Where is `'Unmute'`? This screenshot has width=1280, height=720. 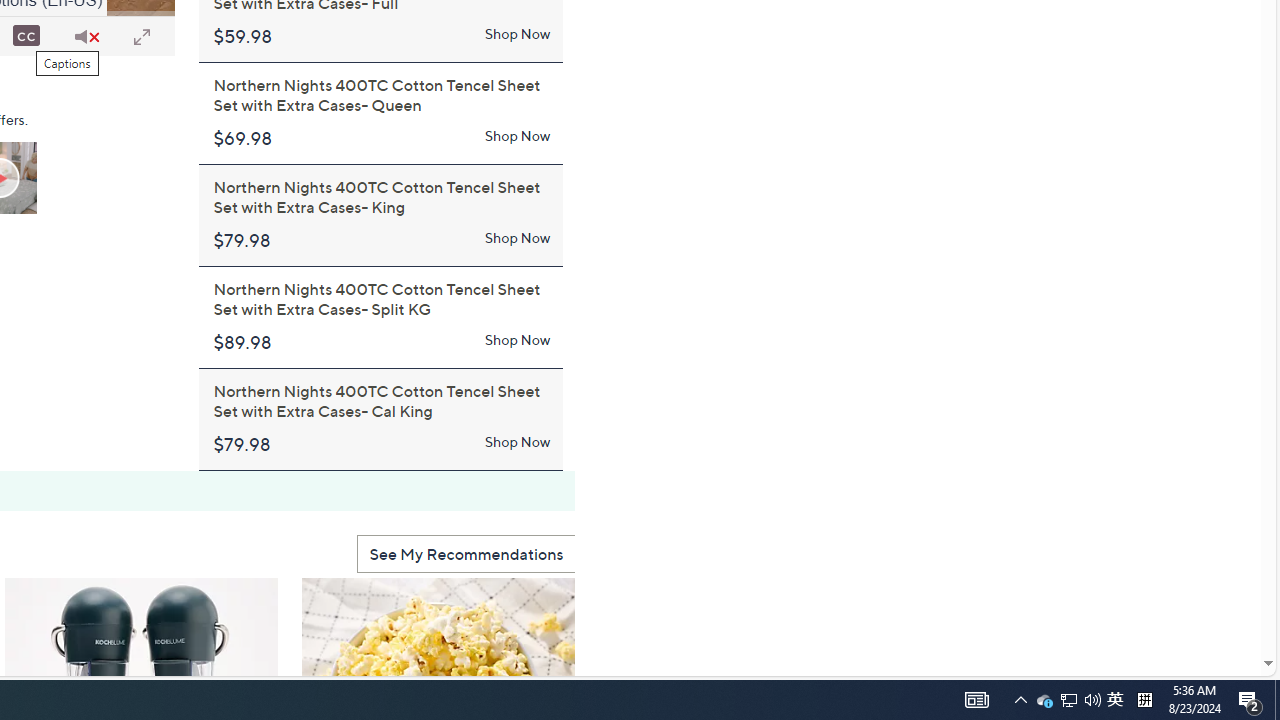 'Unmute' is located at coordinates (85, 36).